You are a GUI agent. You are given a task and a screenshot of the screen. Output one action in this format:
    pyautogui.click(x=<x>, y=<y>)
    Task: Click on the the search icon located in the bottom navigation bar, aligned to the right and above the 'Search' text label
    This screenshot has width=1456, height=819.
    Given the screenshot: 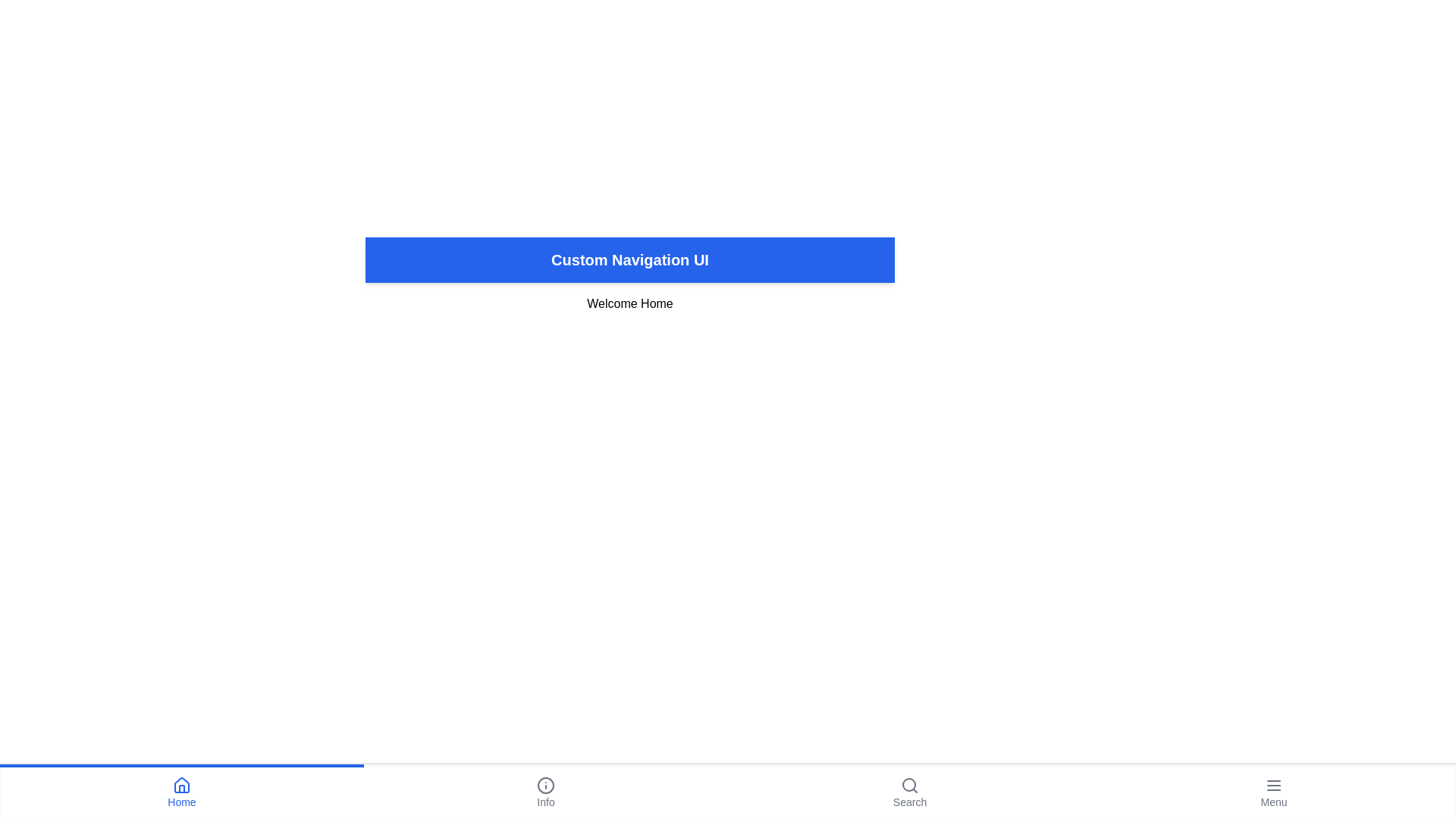 What is the action you would take?
    pyautogui.click(x=910, y=785)
    